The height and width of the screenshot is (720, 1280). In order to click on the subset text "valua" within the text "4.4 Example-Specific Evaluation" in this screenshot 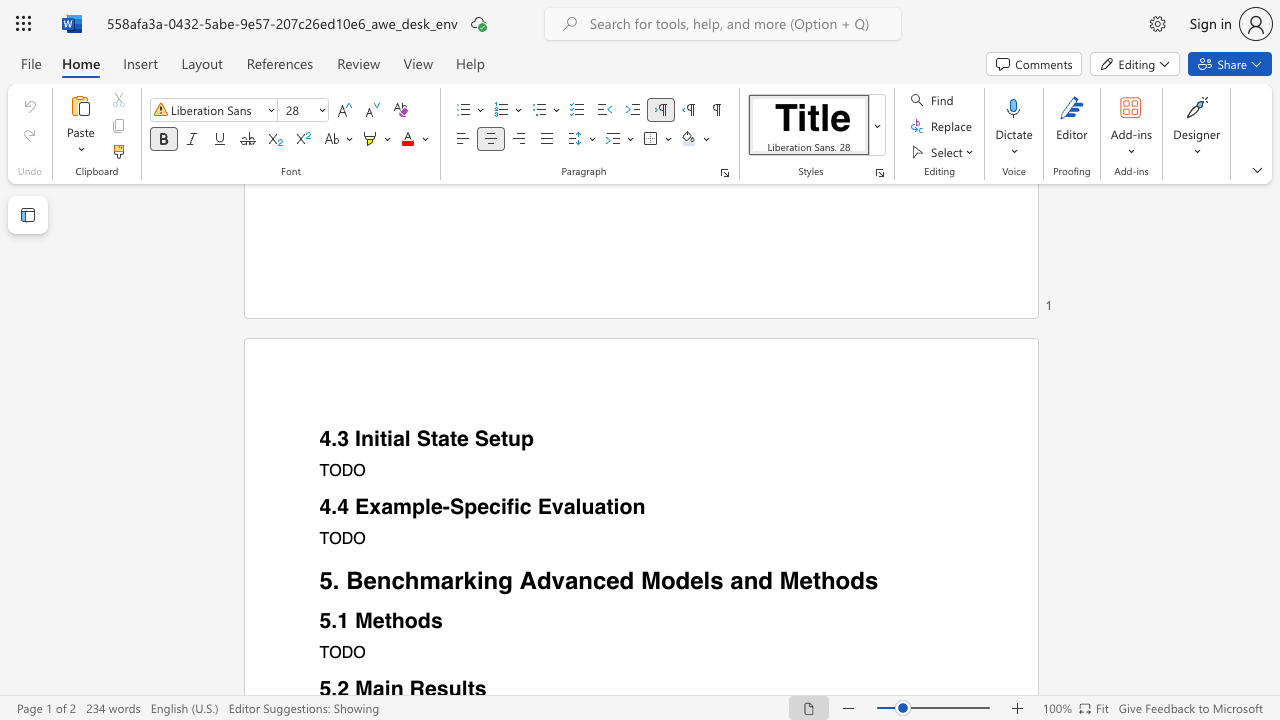, I will do `click(551, 506)`.